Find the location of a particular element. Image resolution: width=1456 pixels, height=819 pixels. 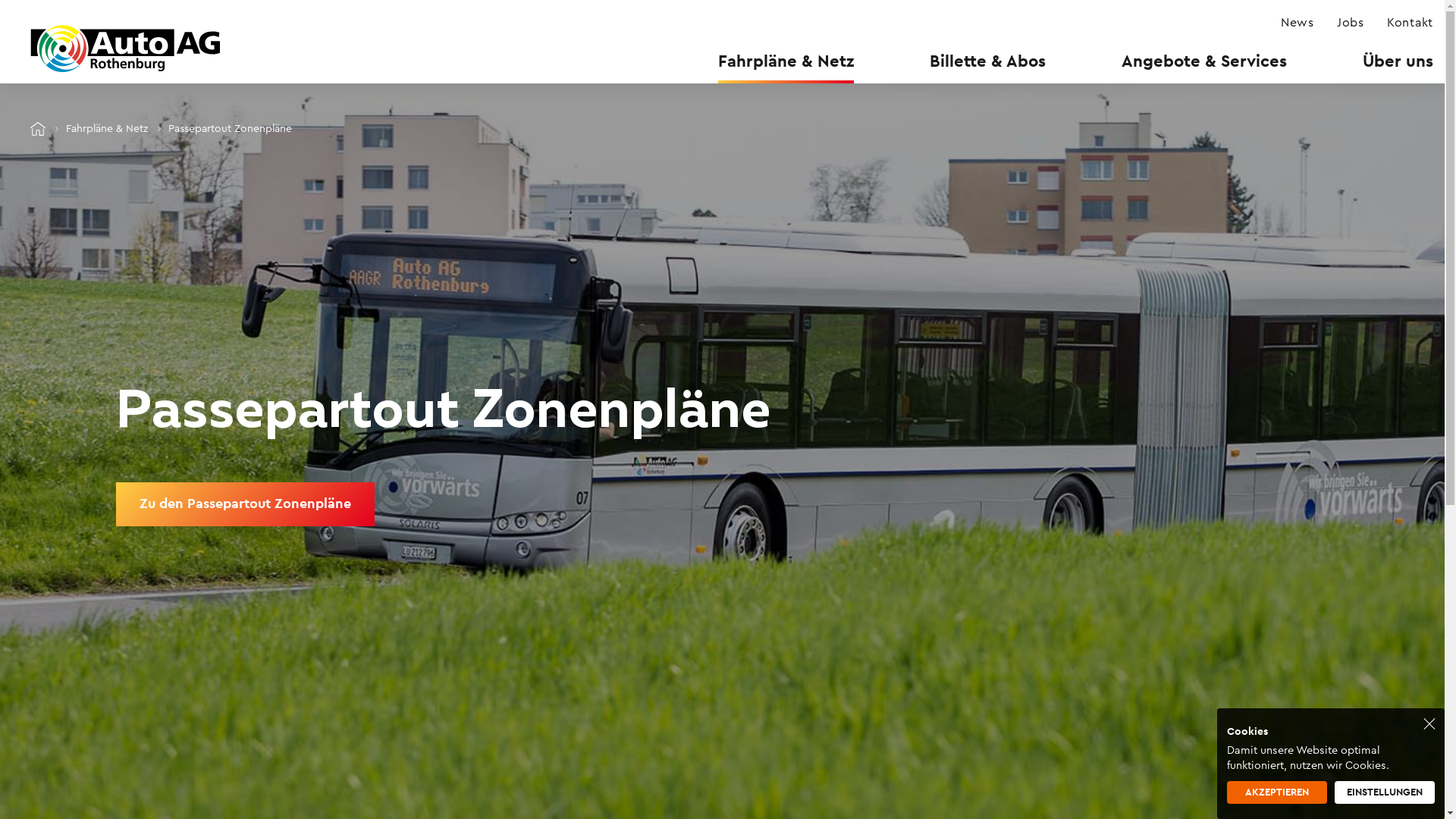

'Close' is located at coordinates (1429, 722).